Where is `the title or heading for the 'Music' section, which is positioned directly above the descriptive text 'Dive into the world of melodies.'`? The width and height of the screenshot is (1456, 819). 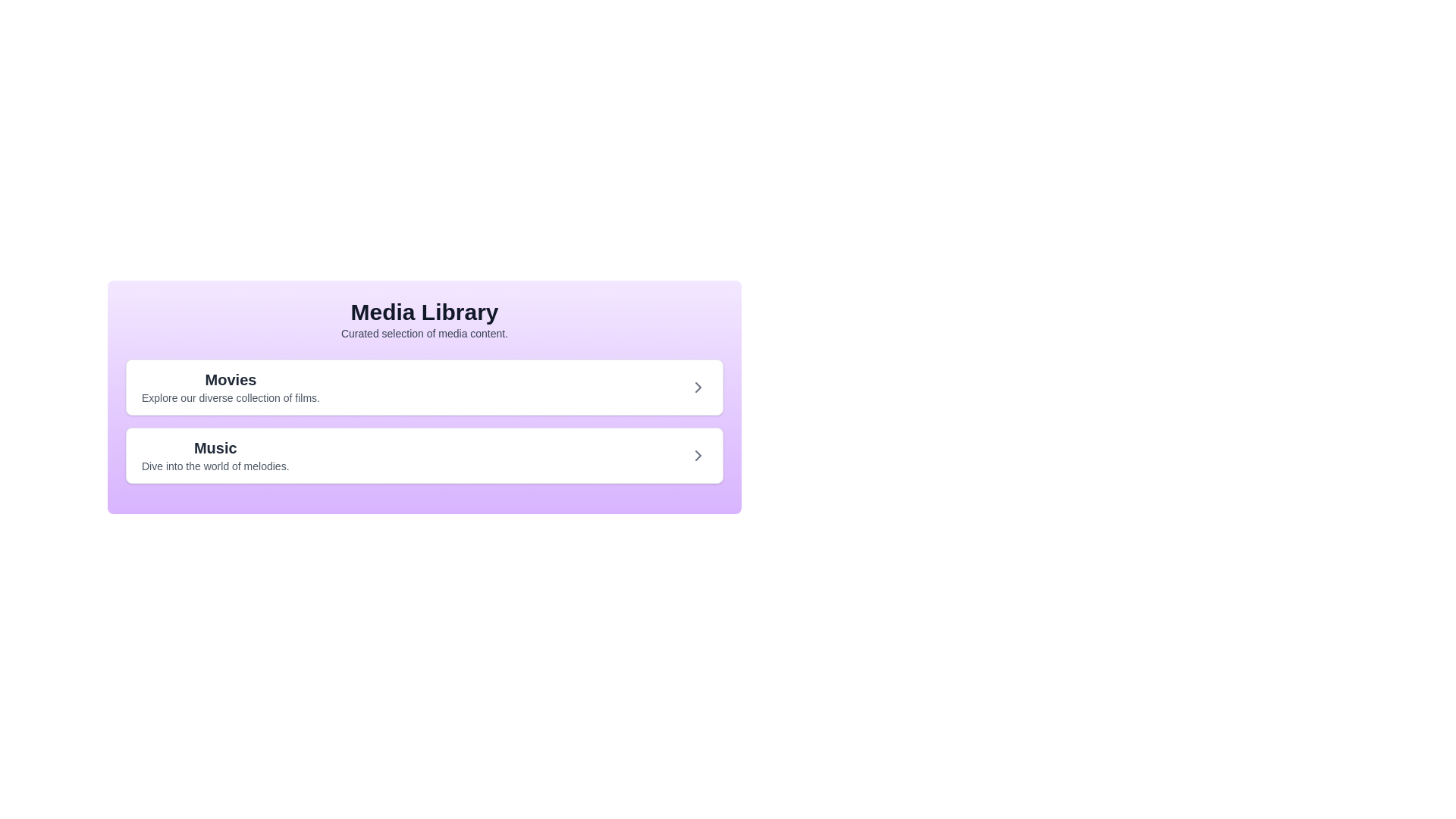 the title or heading for the 'Music' section, which is positioned directly above the descriptive text 'Dive into the world of melodies.' is located at coordinates (215, 447).